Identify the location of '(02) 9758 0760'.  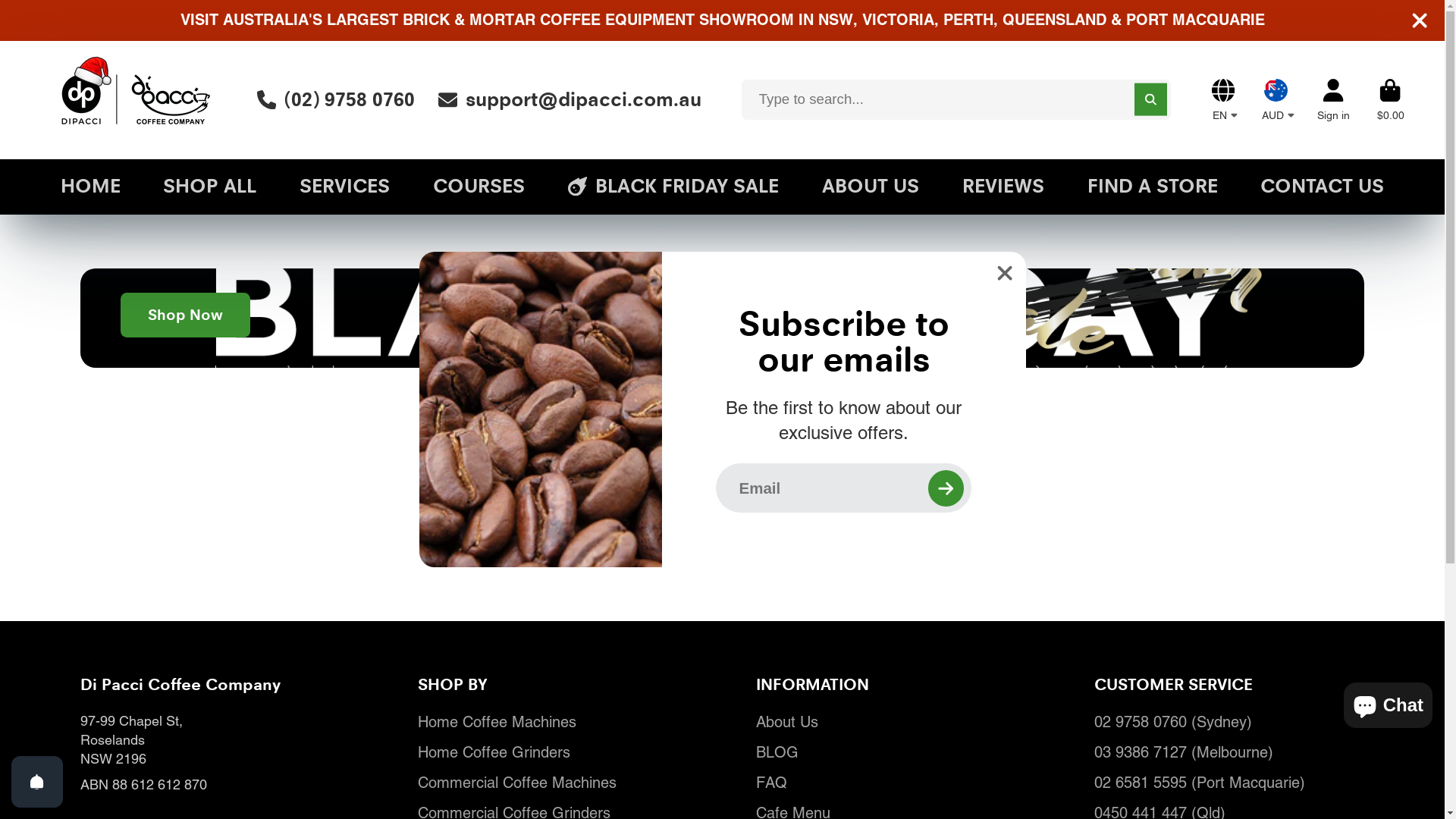
(334, 99).